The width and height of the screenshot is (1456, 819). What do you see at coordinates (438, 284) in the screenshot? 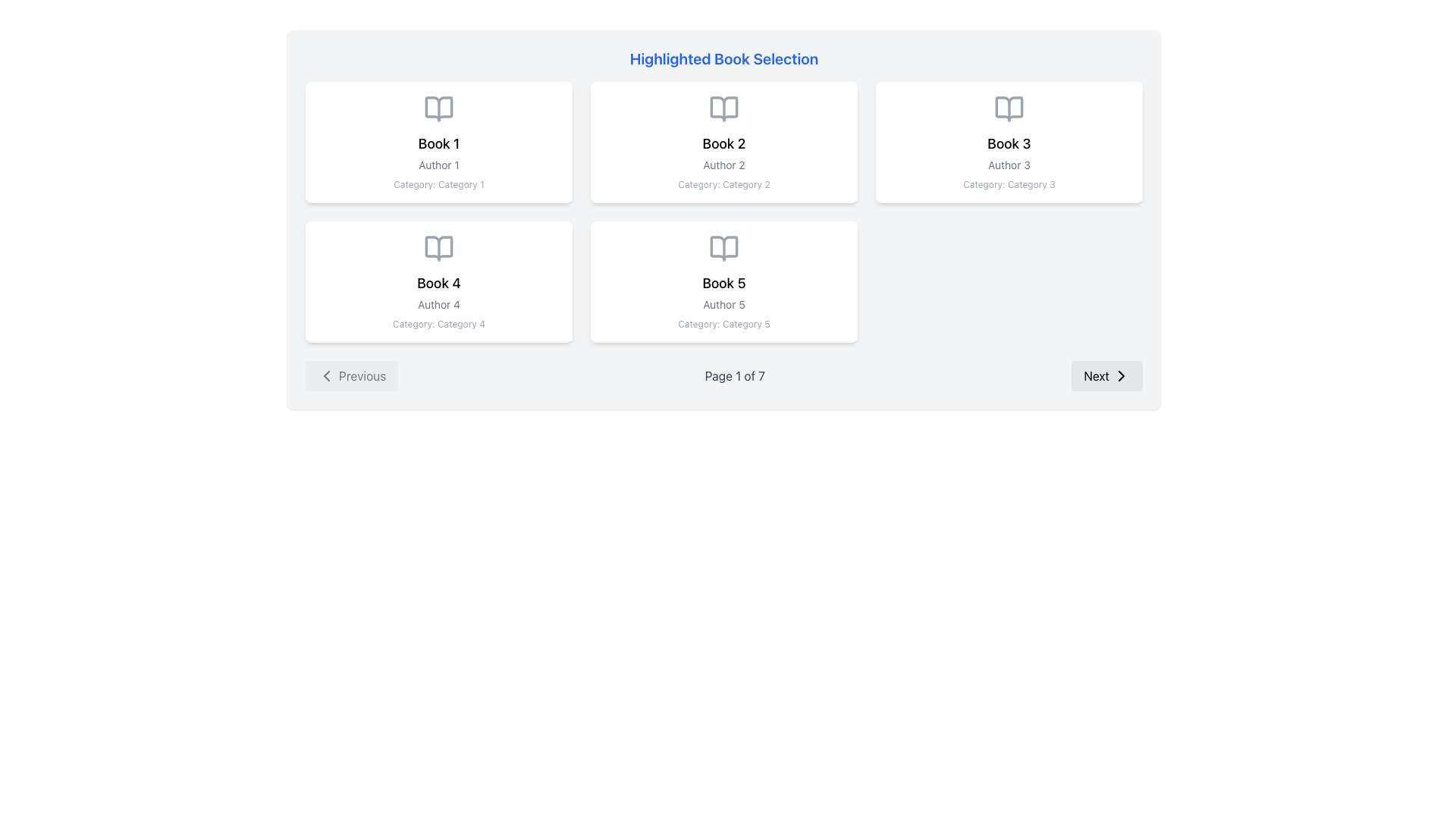
I see `the text label that displays the title of the book, located within the third card of a two-by-two grid layout, situated below the icon and above the text 'Author 4'` at bounding box center [438, 284].